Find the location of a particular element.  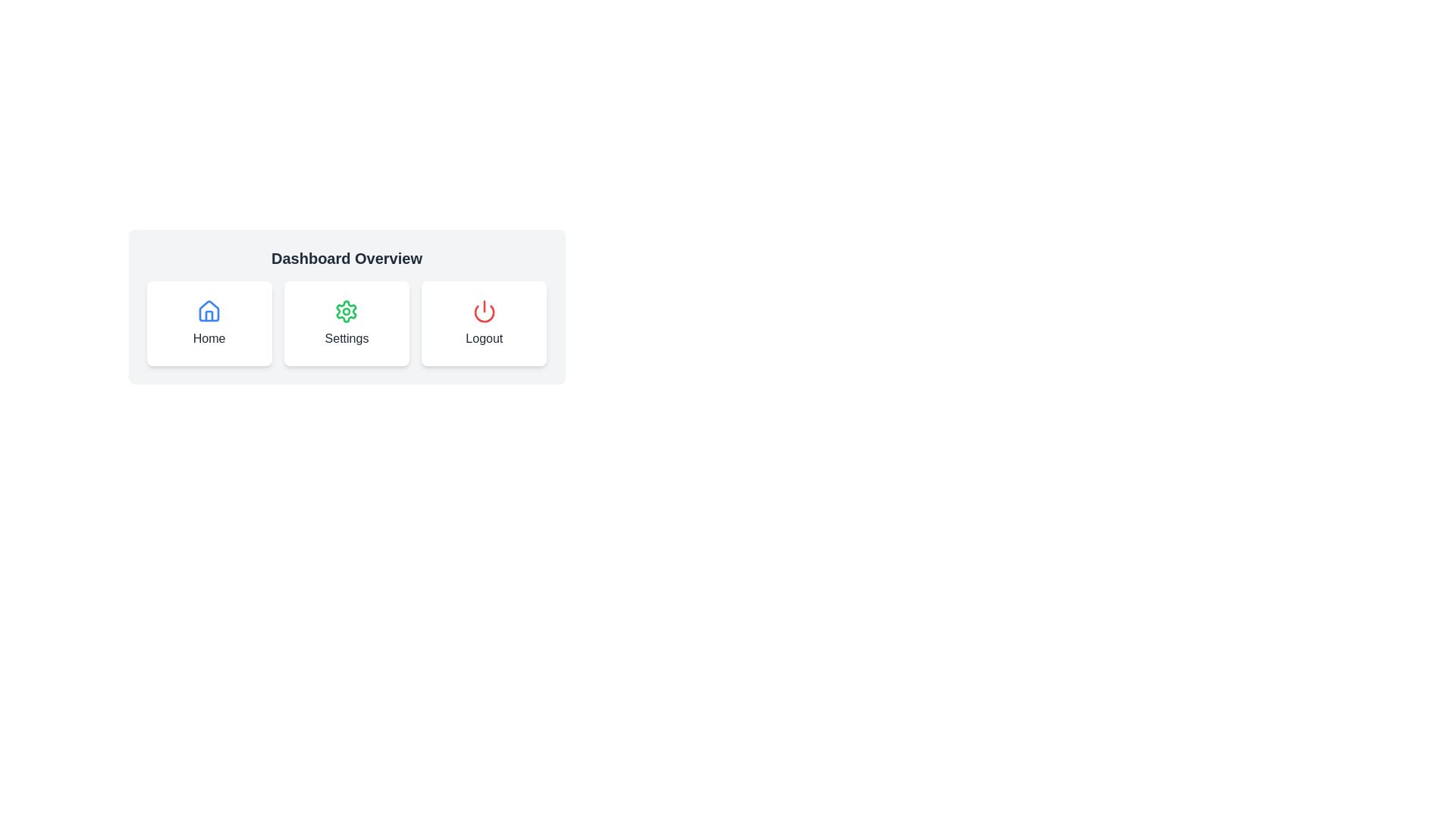

header or title text that labels the current view of the dashboard section, located at the top of the card-like component is located at coordinates (346, 257).